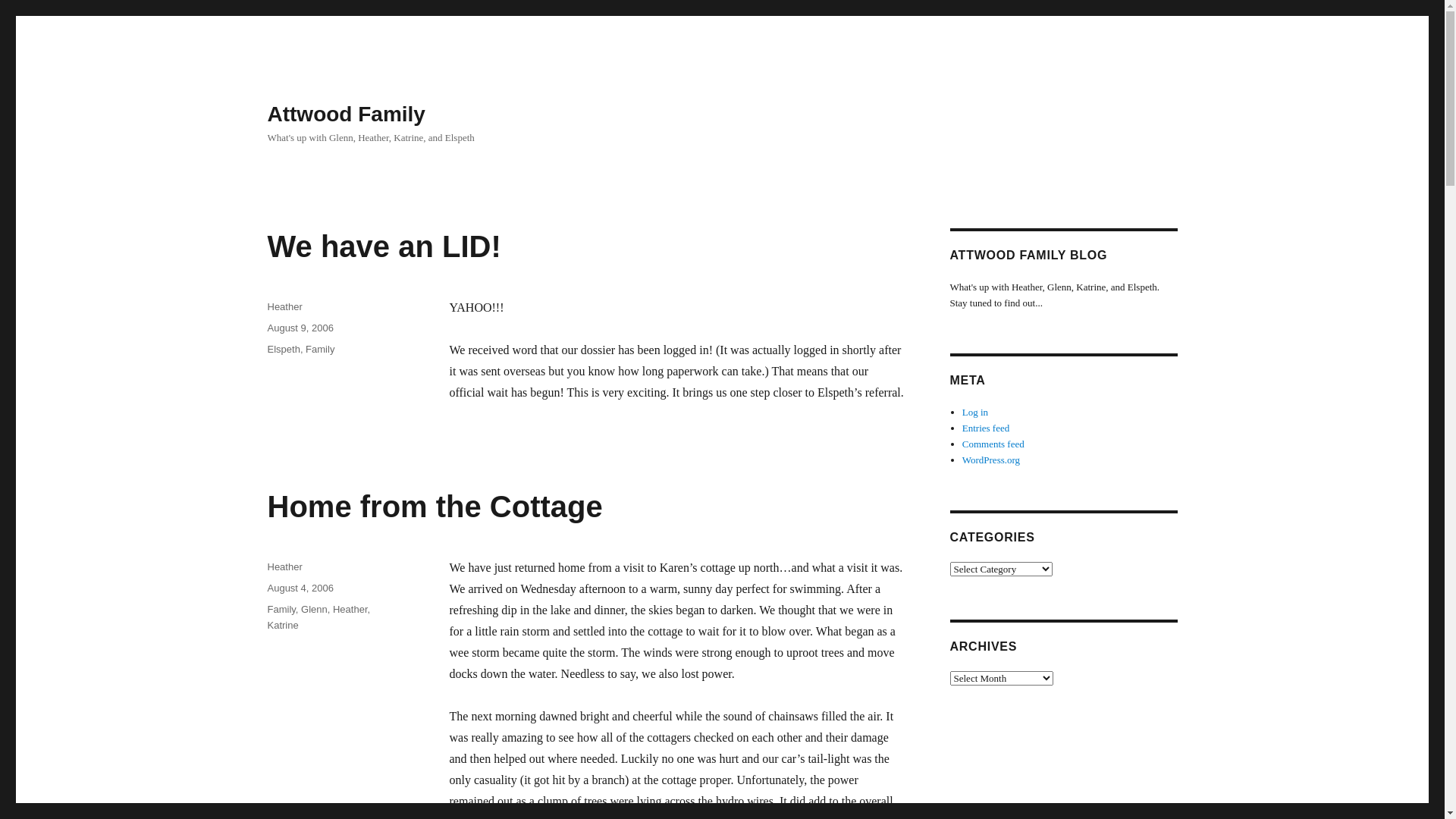  Describe the element at coordinates (975, 412) in the screenshot. I see `'Log in'` at that location.